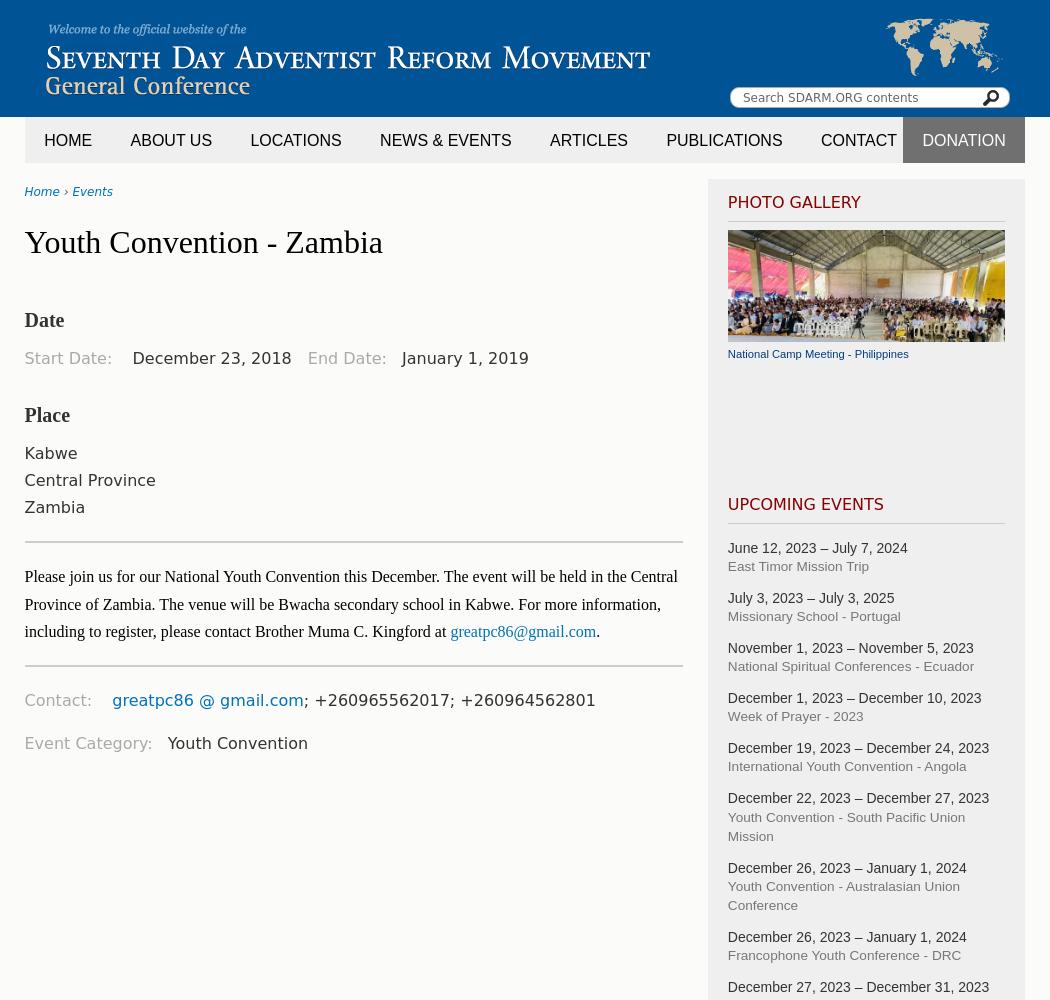 The height and width of the screenshot is (1000, 1050). I want to click on 'Campmeeting - Peru', so click(778, 425).